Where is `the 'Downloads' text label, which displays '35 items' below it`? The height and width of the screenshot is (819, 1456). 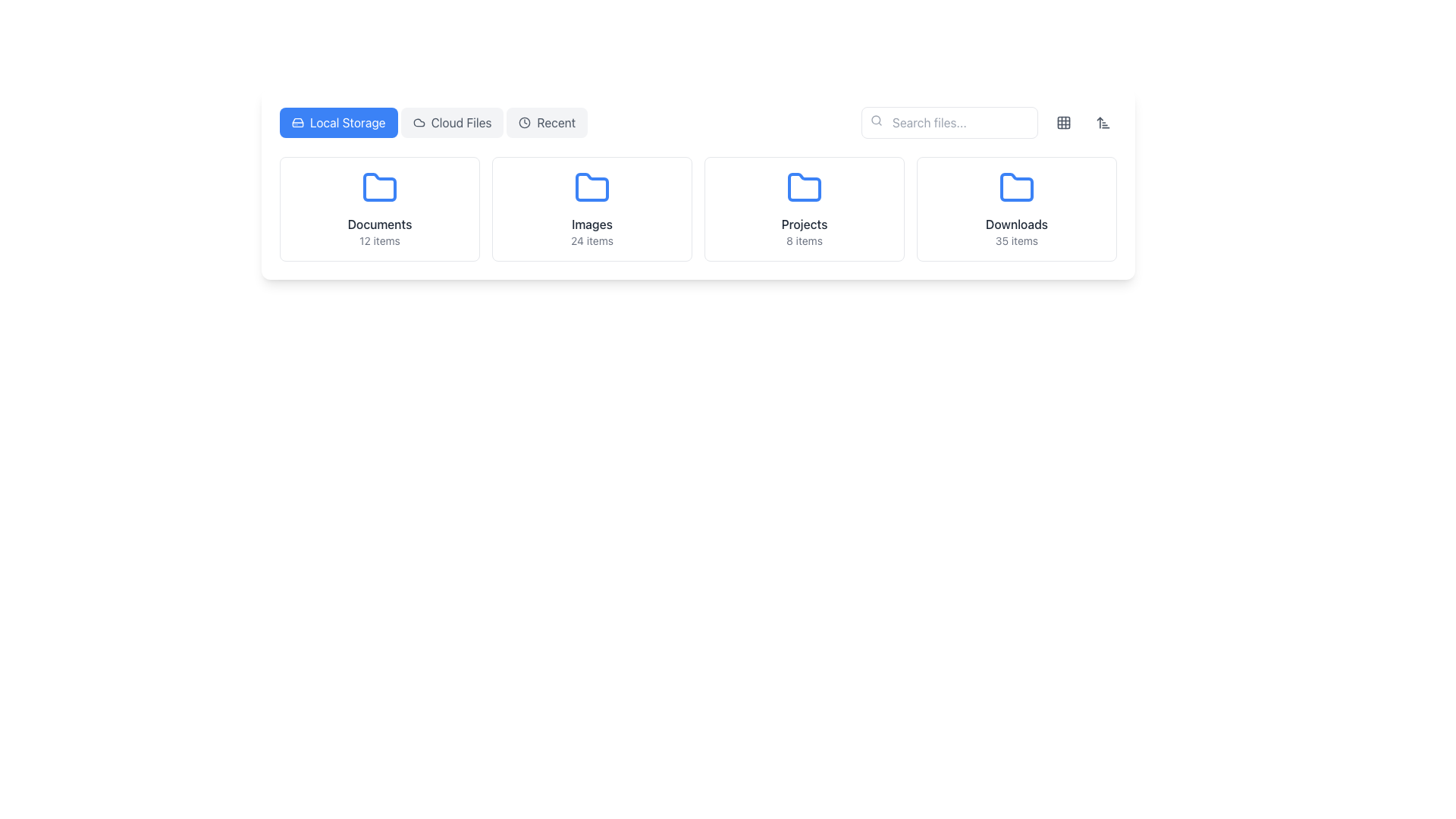 the 'Downloads' text label, which displays '35 items' below it is located at coordinates (1016, 231).